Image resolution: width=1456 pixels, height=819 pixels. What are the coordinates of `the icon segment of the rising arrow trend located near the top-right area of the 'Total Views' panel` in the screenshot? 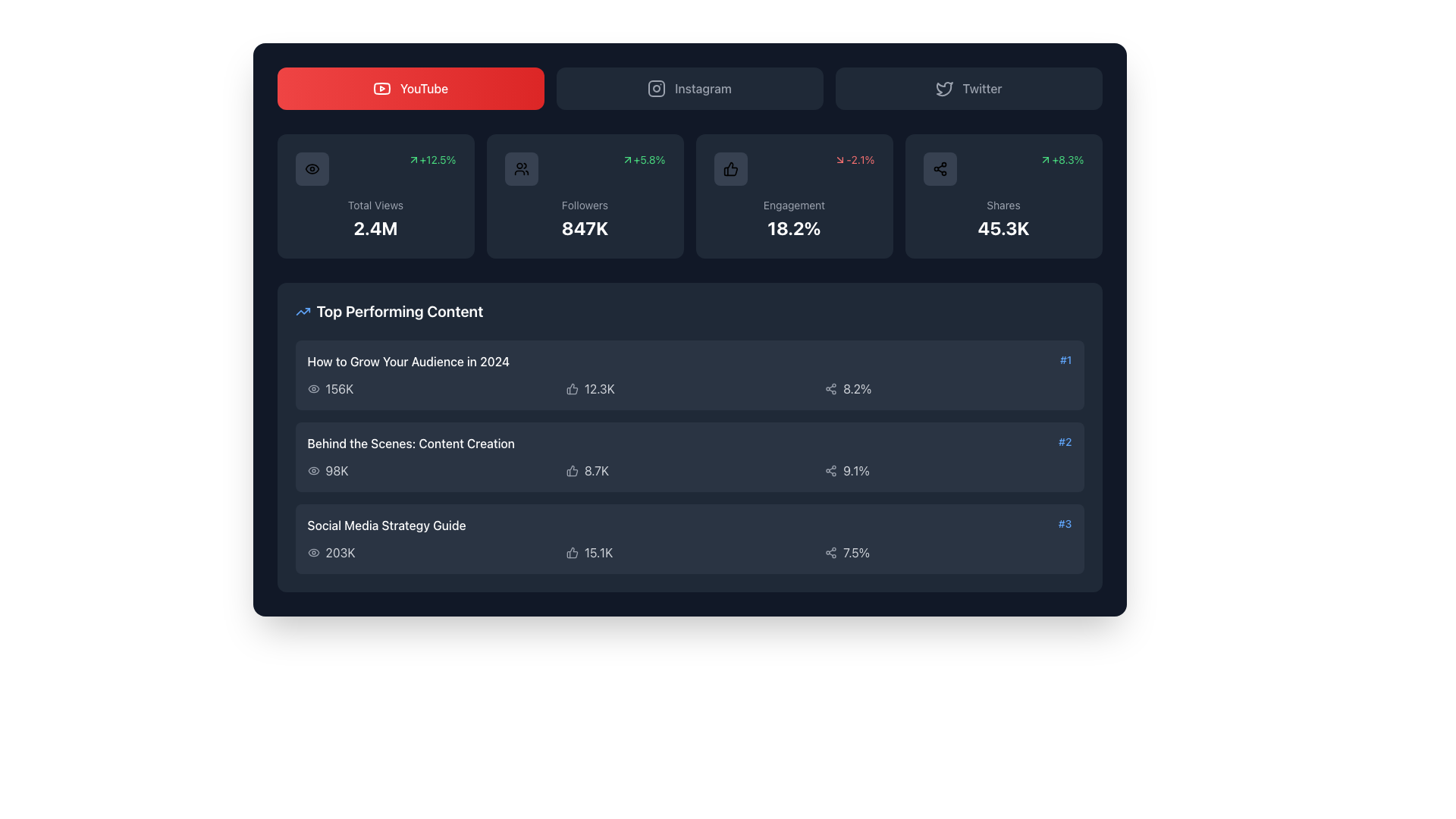 It's located at (303, 311).